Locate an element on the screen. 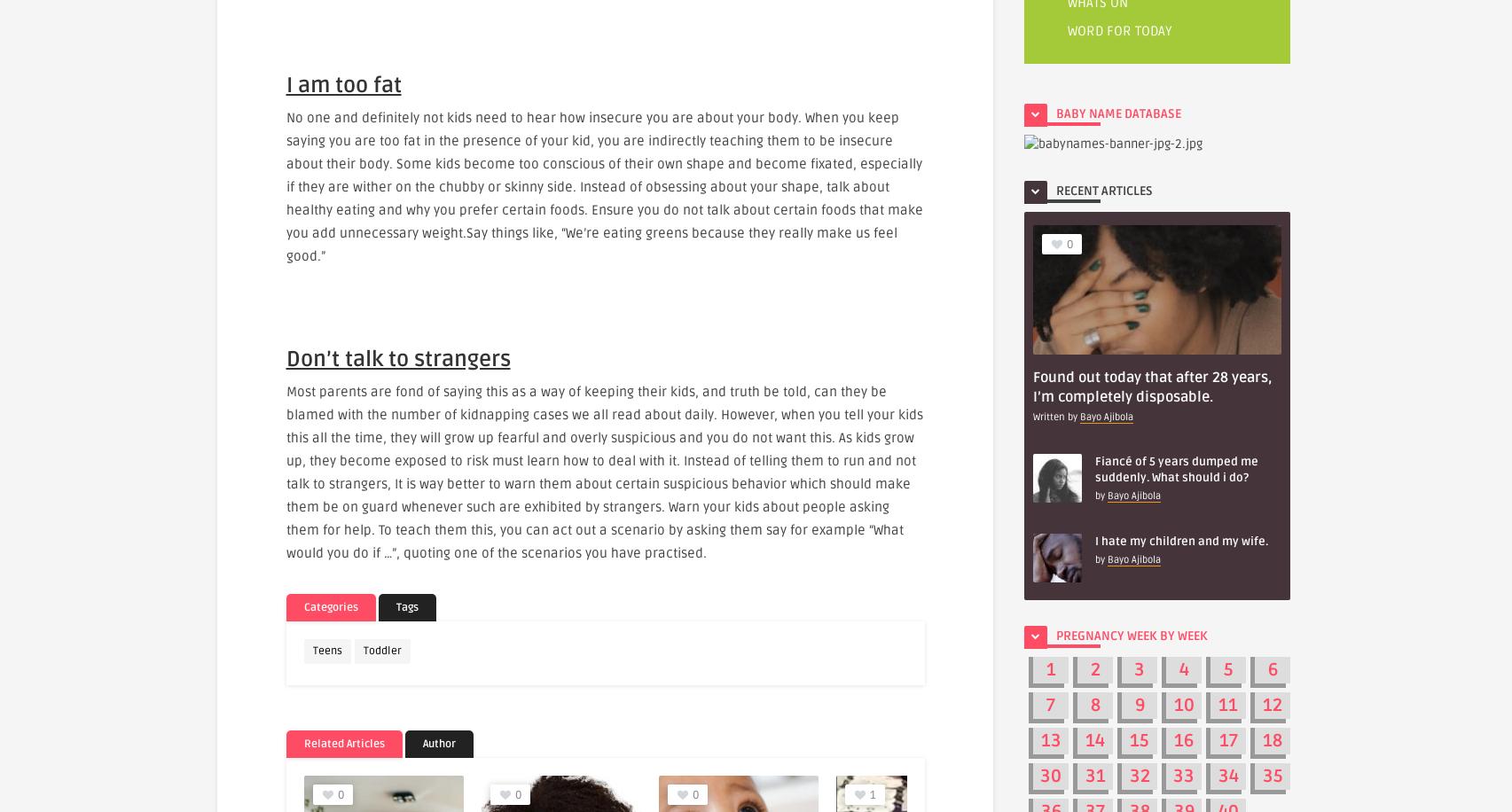  'Found out today that after 28 years, I’m completely disposable.' is located at coordinates (1153, 386).